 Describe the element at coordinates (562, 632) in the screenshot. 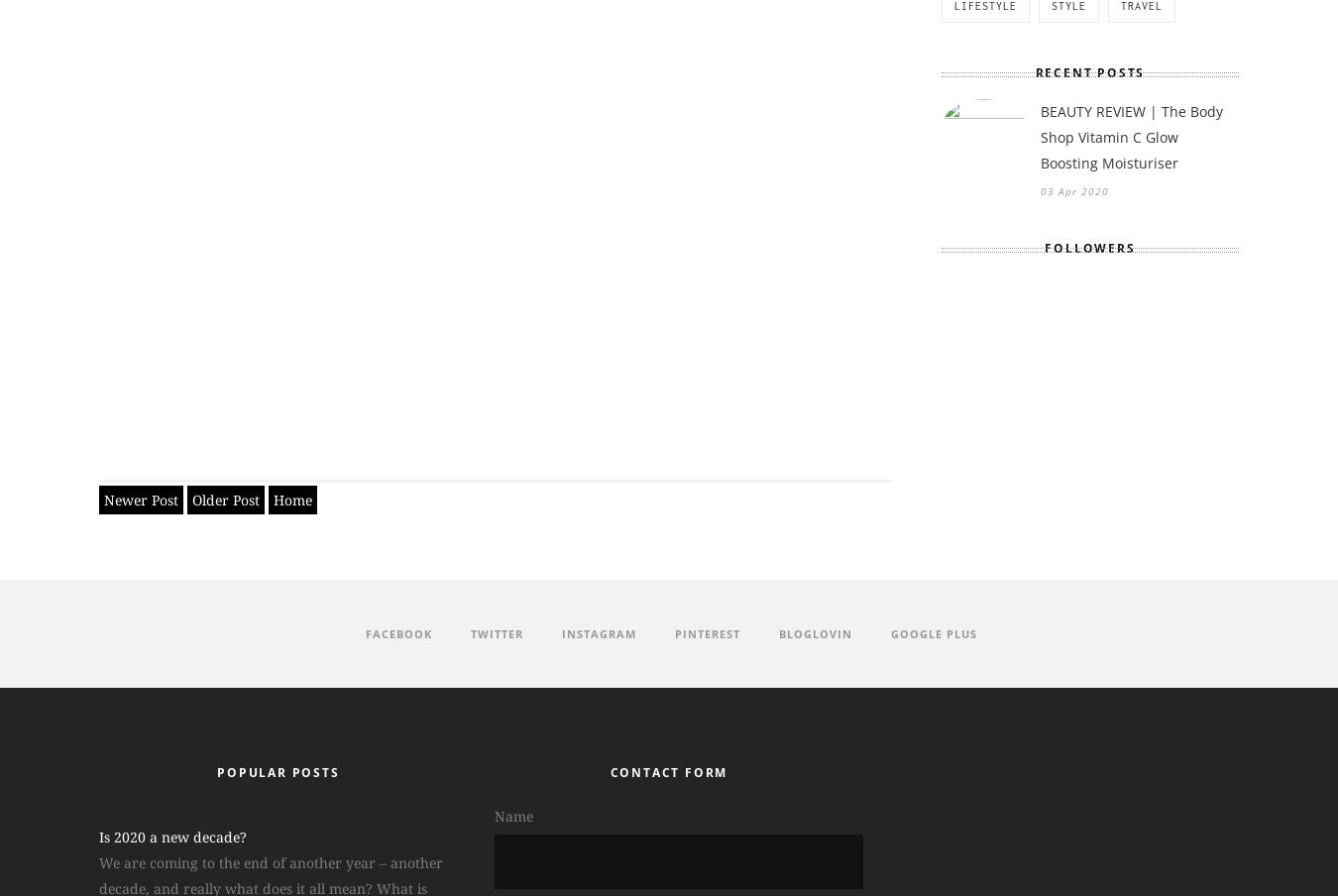

I see `'Instagram'` at that location.